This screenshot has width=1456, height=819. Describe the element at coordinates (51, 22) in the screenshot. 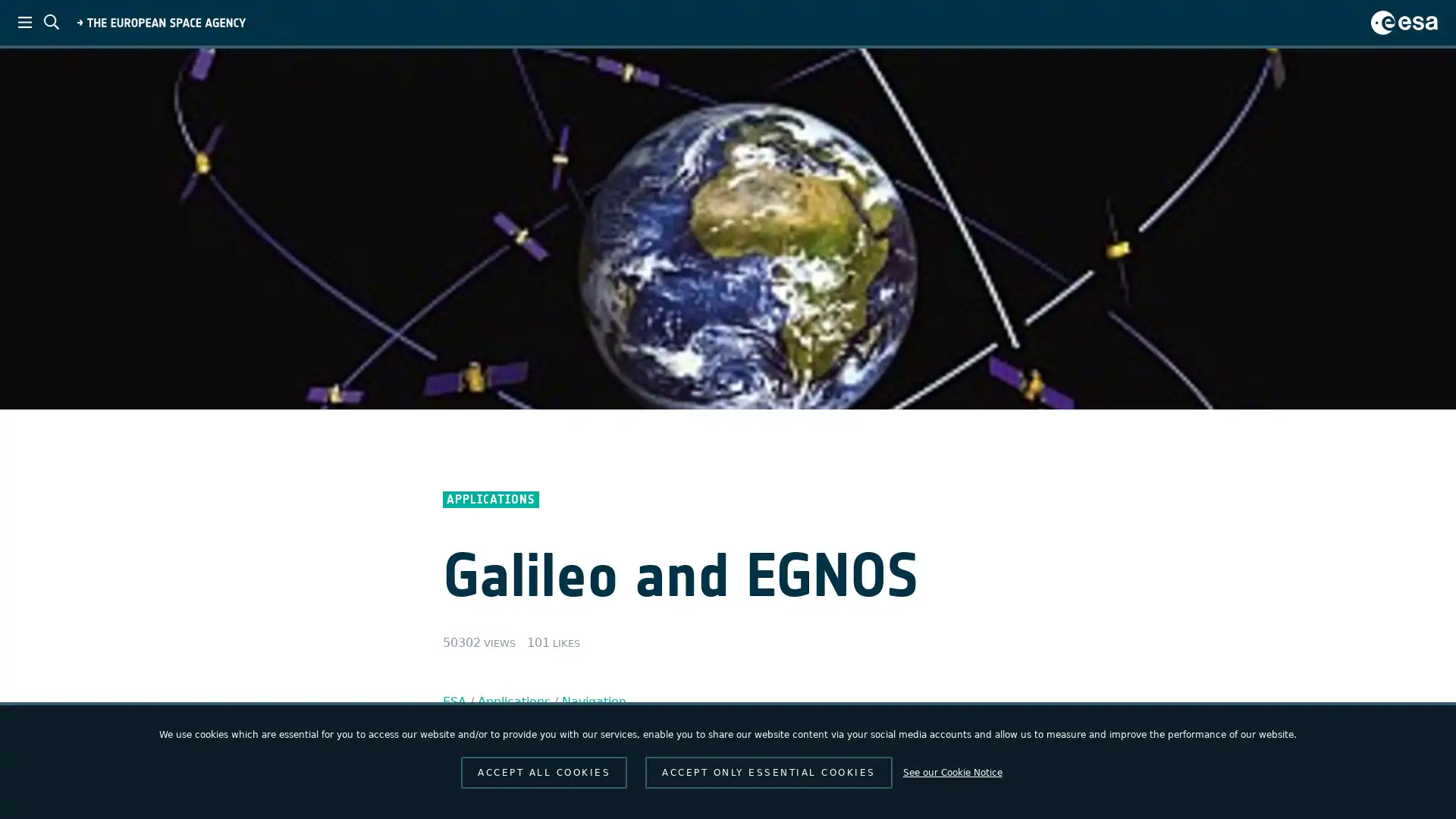

I see `ESA search toggle` at that location.